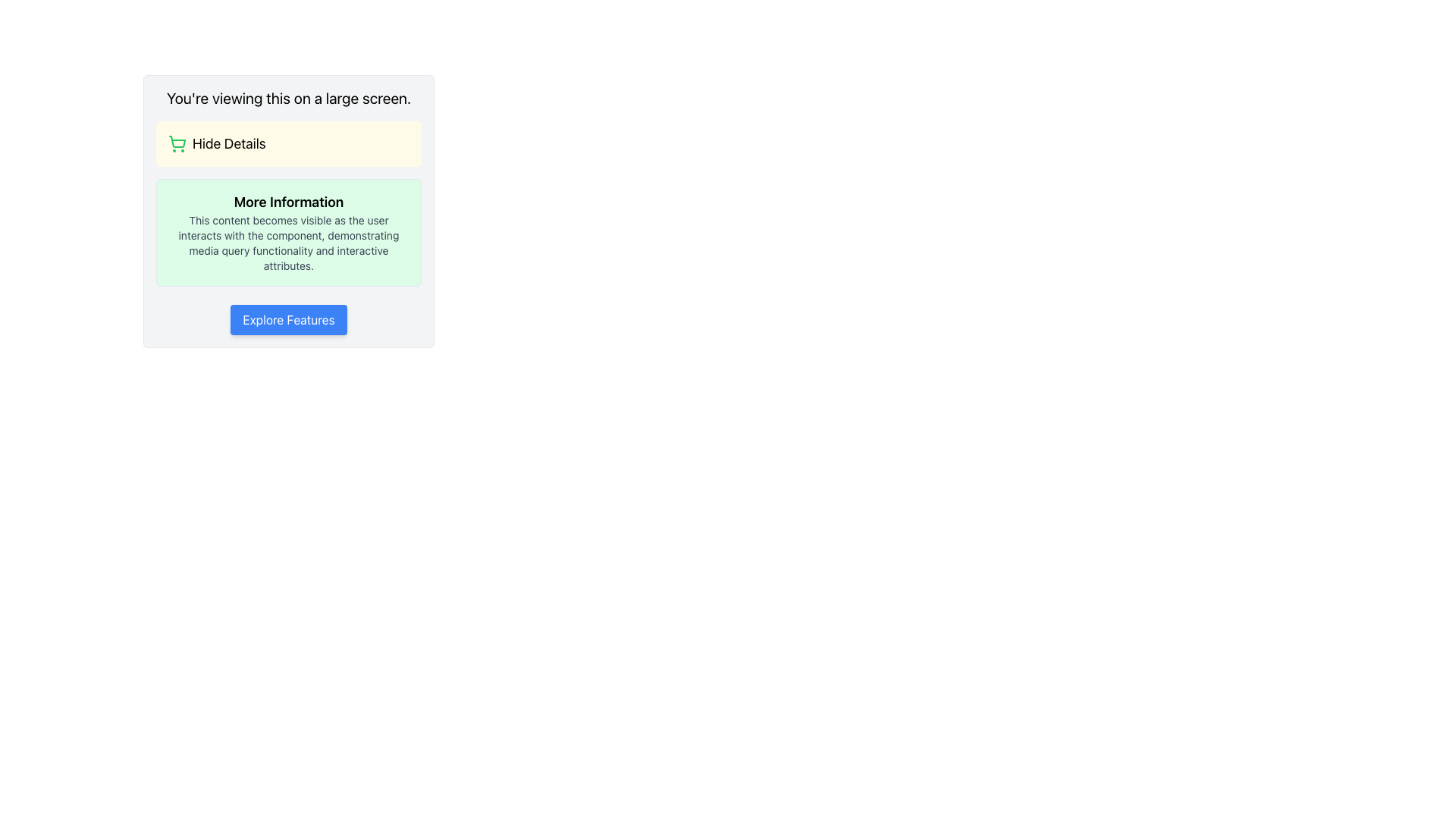  What do you see at coordinates (288, 201) in the screenshot?
I see `the Text Label that serves as a heading or title for the descriptive text below it, which is horizontally centered within a green box` at bounding box center [288, 201].